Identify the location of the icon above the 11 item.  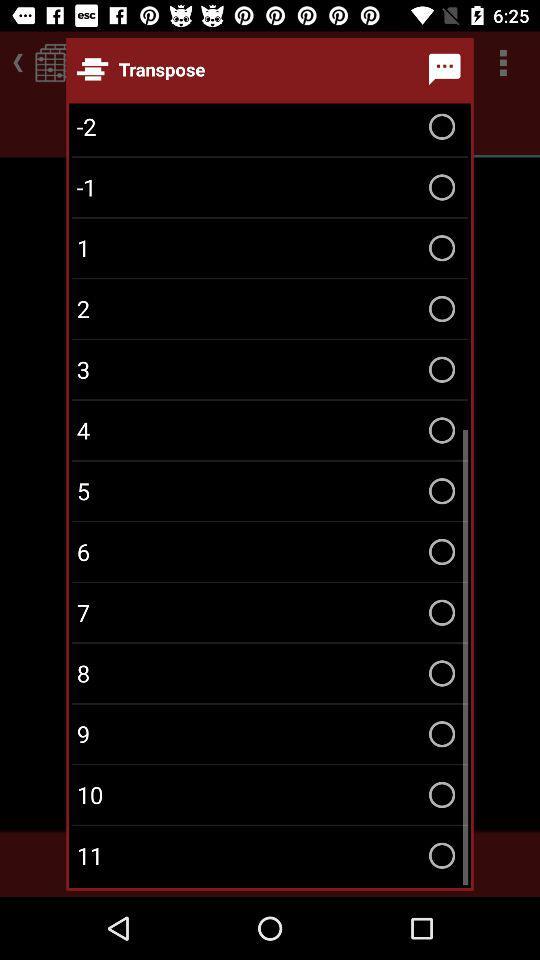
(270, 794).